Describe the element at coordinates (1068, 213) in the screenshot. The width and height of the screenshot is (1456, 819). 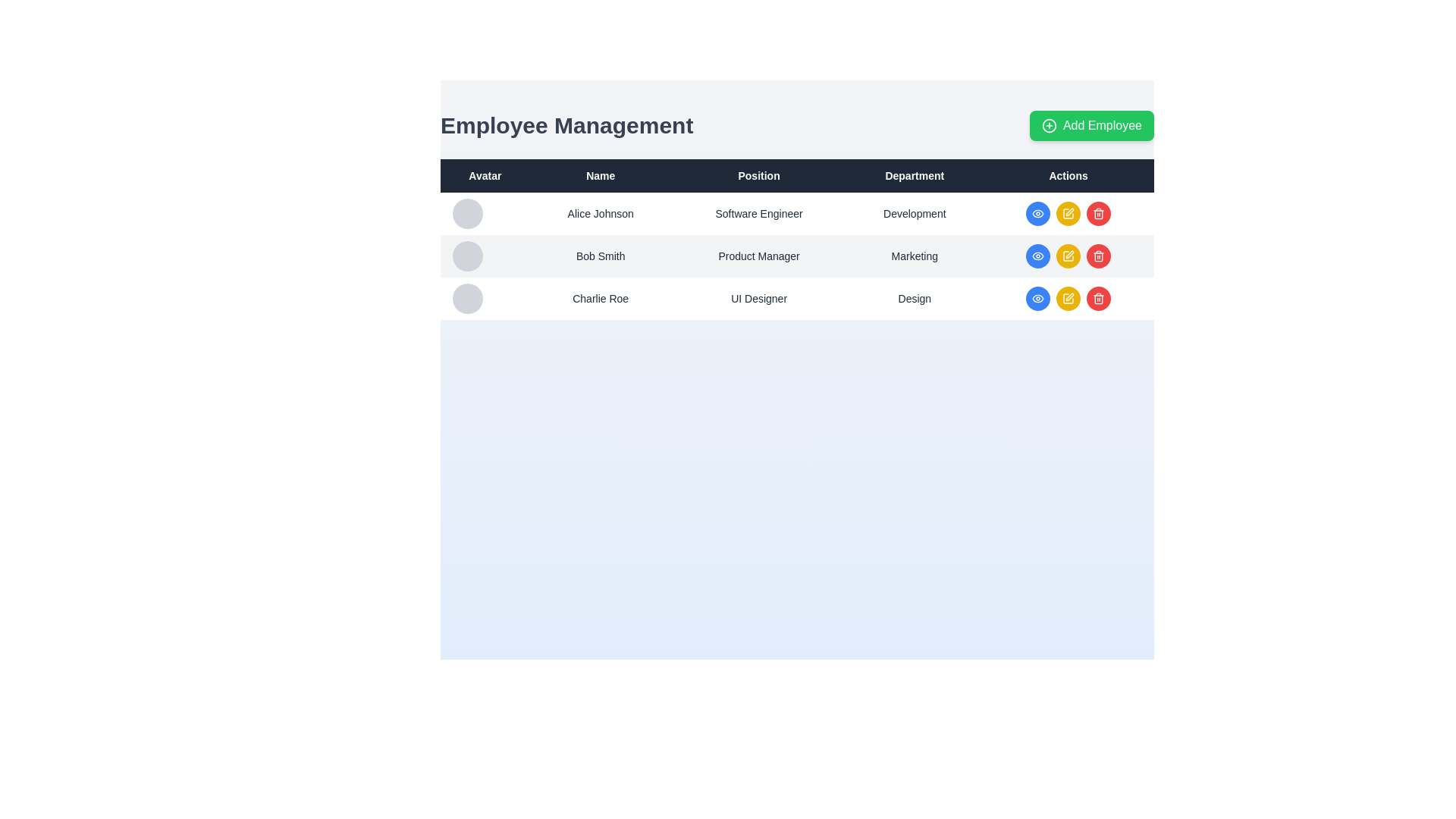
I see `the second button in the rightmost column labeled 'Actions' in the row for 'Alice Johnson' to initiate the edit action` at that location.